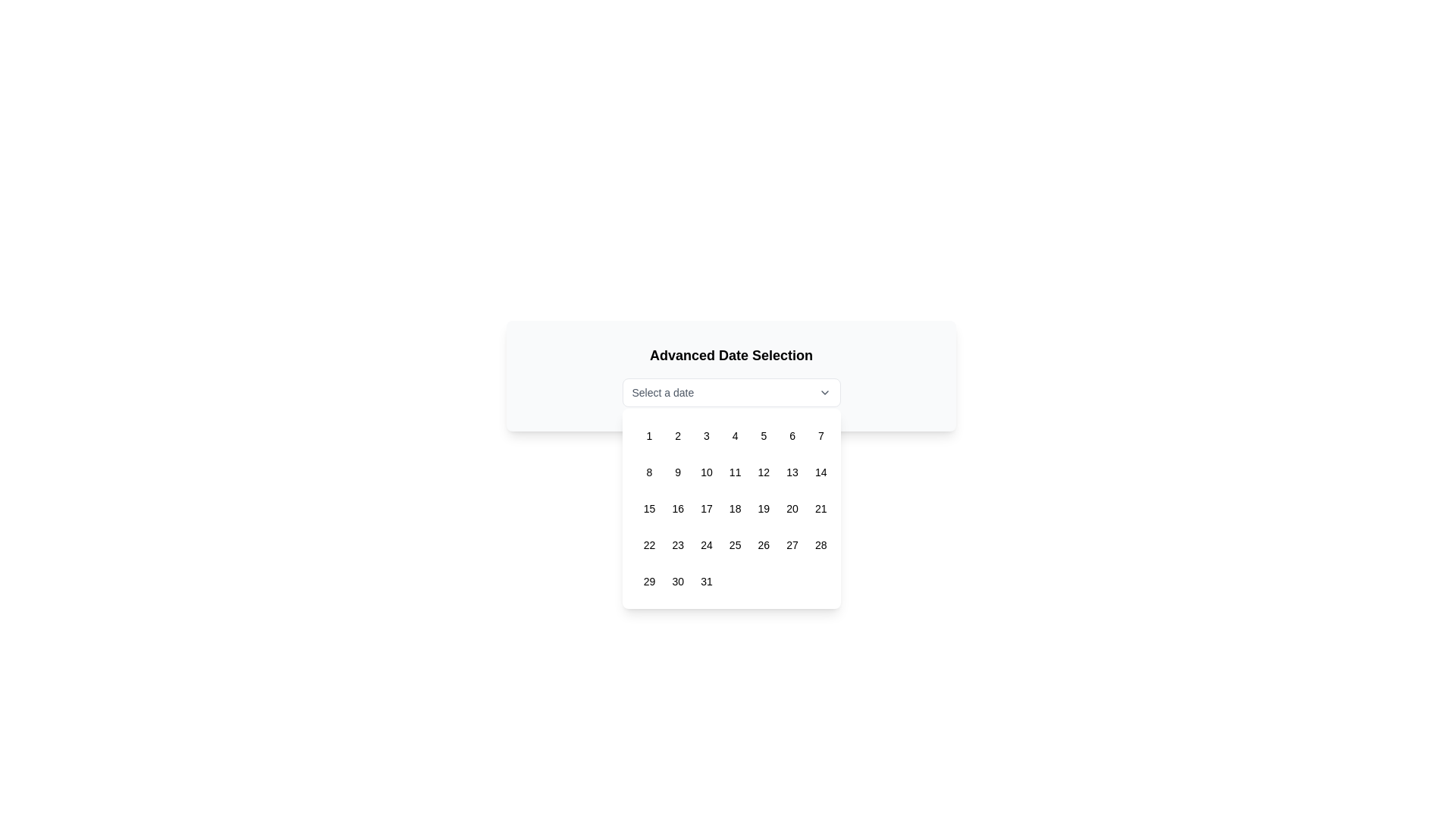  Describe the element at coordinates (820, 509) in the screenshot. I see `the button representing day '21' in the calendar interface` at that location.